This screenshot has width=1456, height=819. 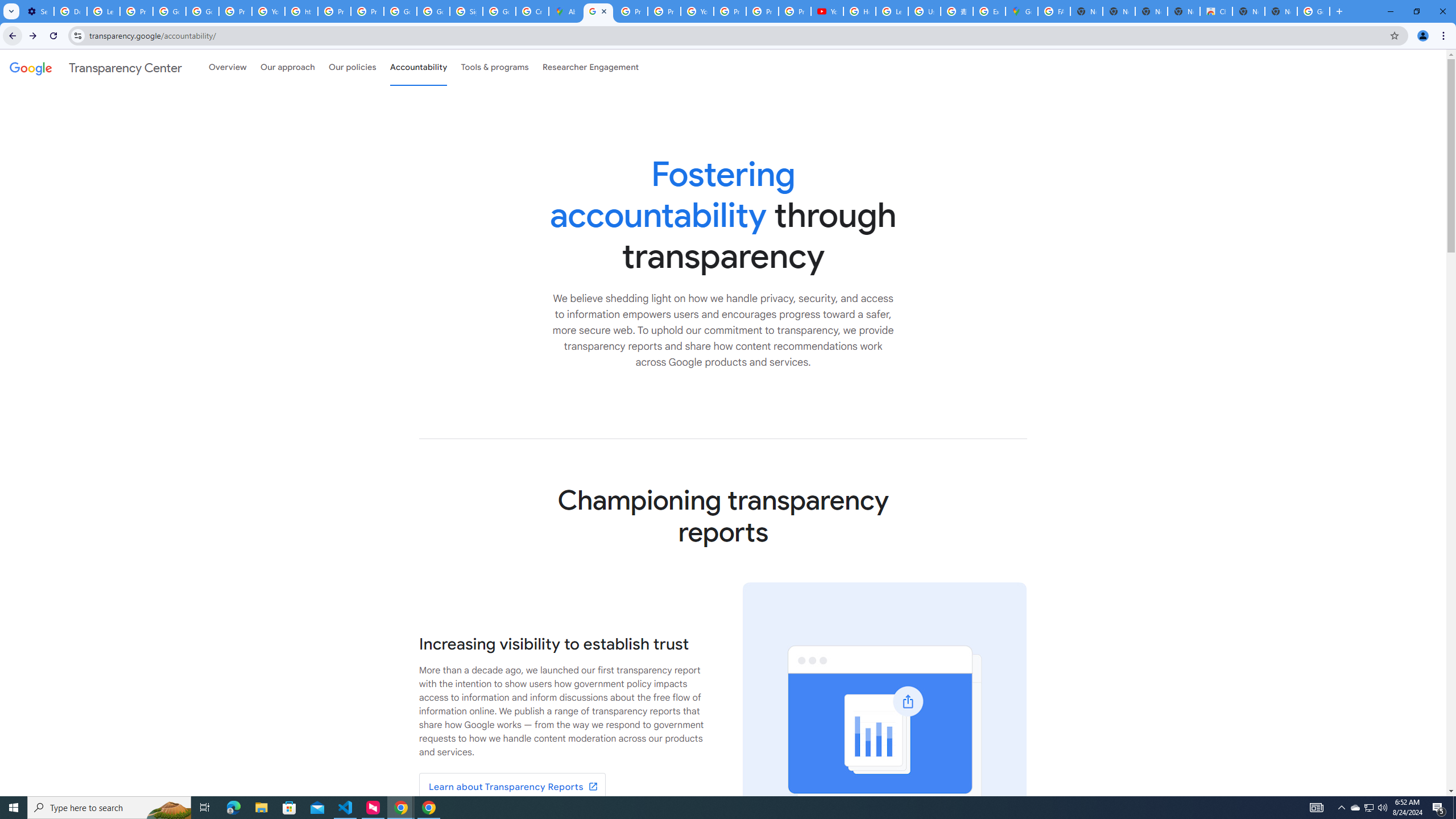 I want to click on 'Privacy Help Center - Policies Help', so click(x=630, y=11).